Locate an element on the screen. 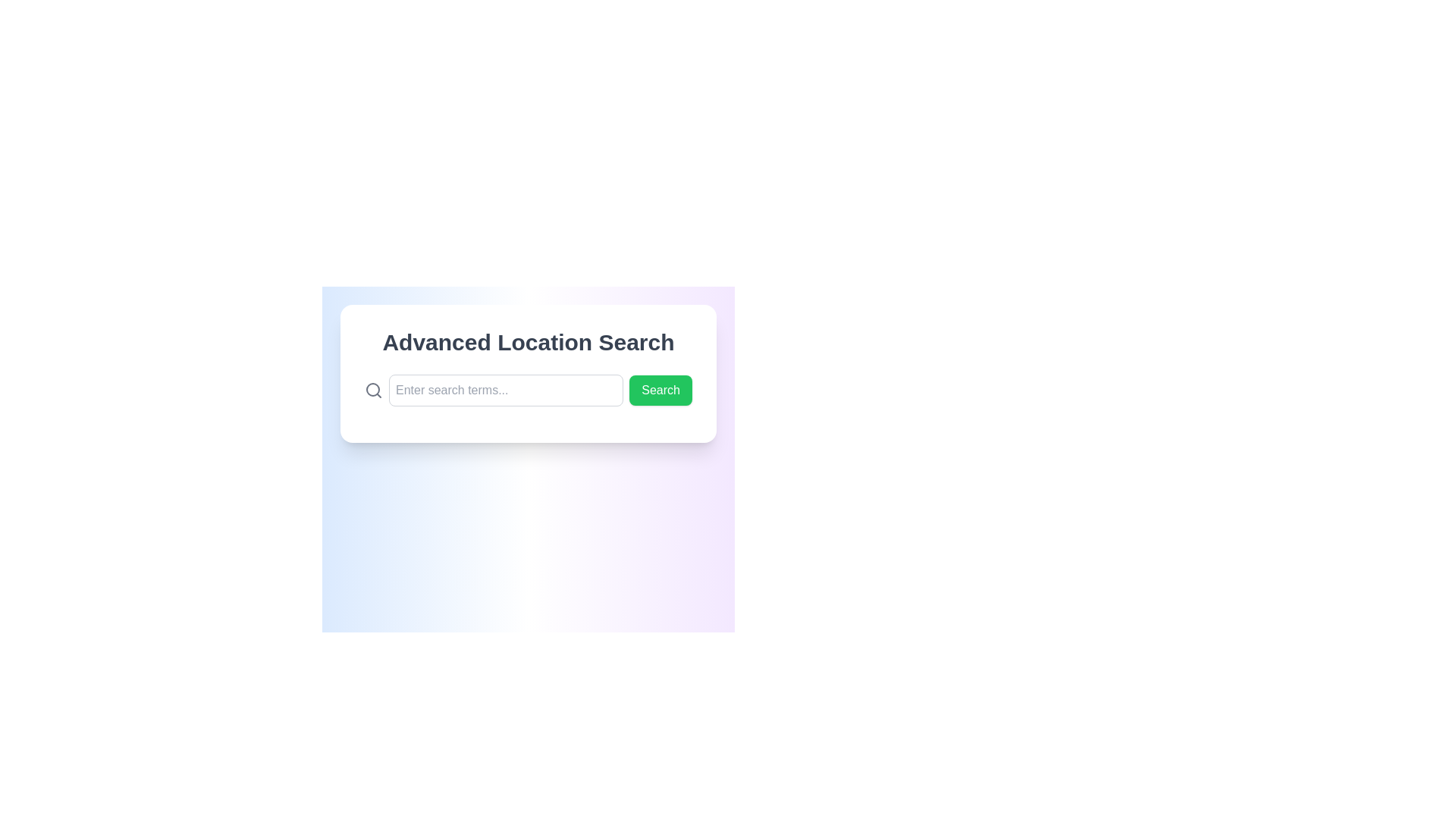 This screenshot has width=1456, height=819. the magnifying glass icon, which is styled with thin strokes and a circular shape, positioned to the left of the text input box that has a placeholder stating 'Enter search terms...' and adjacent to a green 'Search' button is located at coordinates (374, 390).